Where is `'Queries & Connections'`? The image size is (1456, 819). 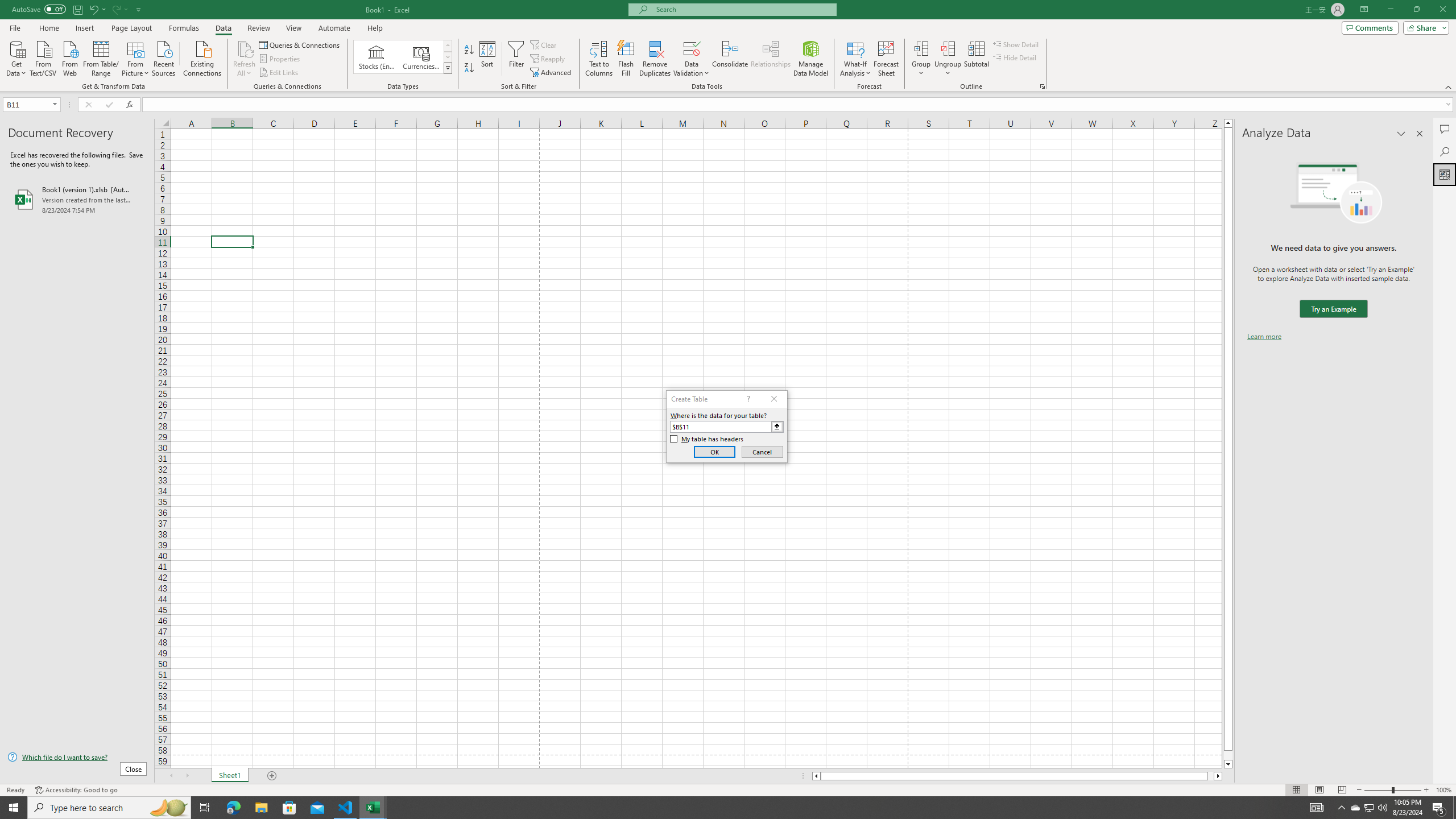
'Queries & Connections' is located at coordinates (300, 44).